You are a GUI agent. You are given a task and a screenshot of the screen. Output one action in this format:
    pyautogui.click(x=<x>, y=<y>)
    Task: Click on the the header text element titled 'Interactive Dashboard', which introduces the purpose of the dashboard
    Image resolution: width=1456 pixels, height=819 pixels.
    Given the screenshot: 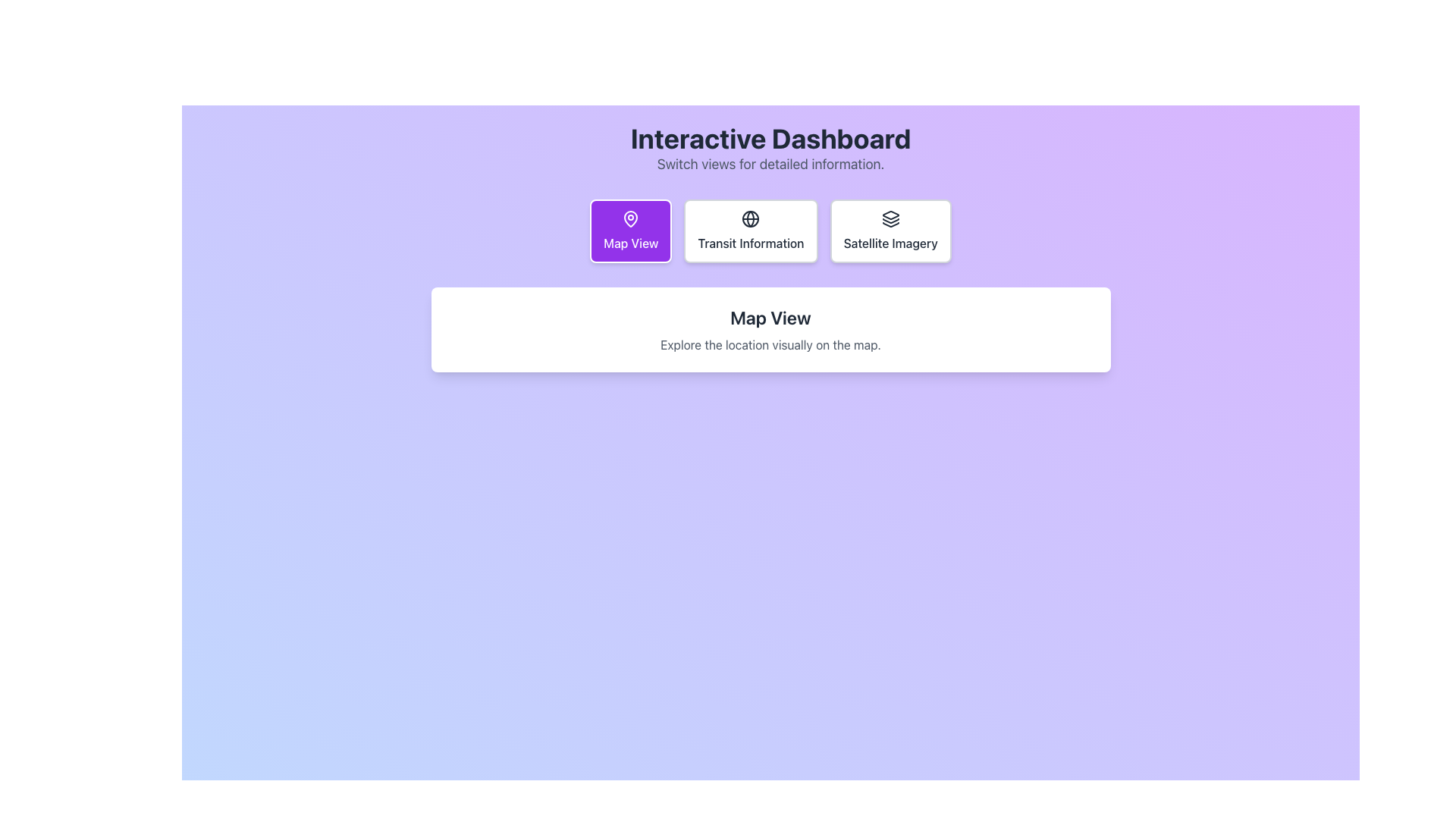 What is the action you would take?
    pyautogui.click(x=770, y=138)
    